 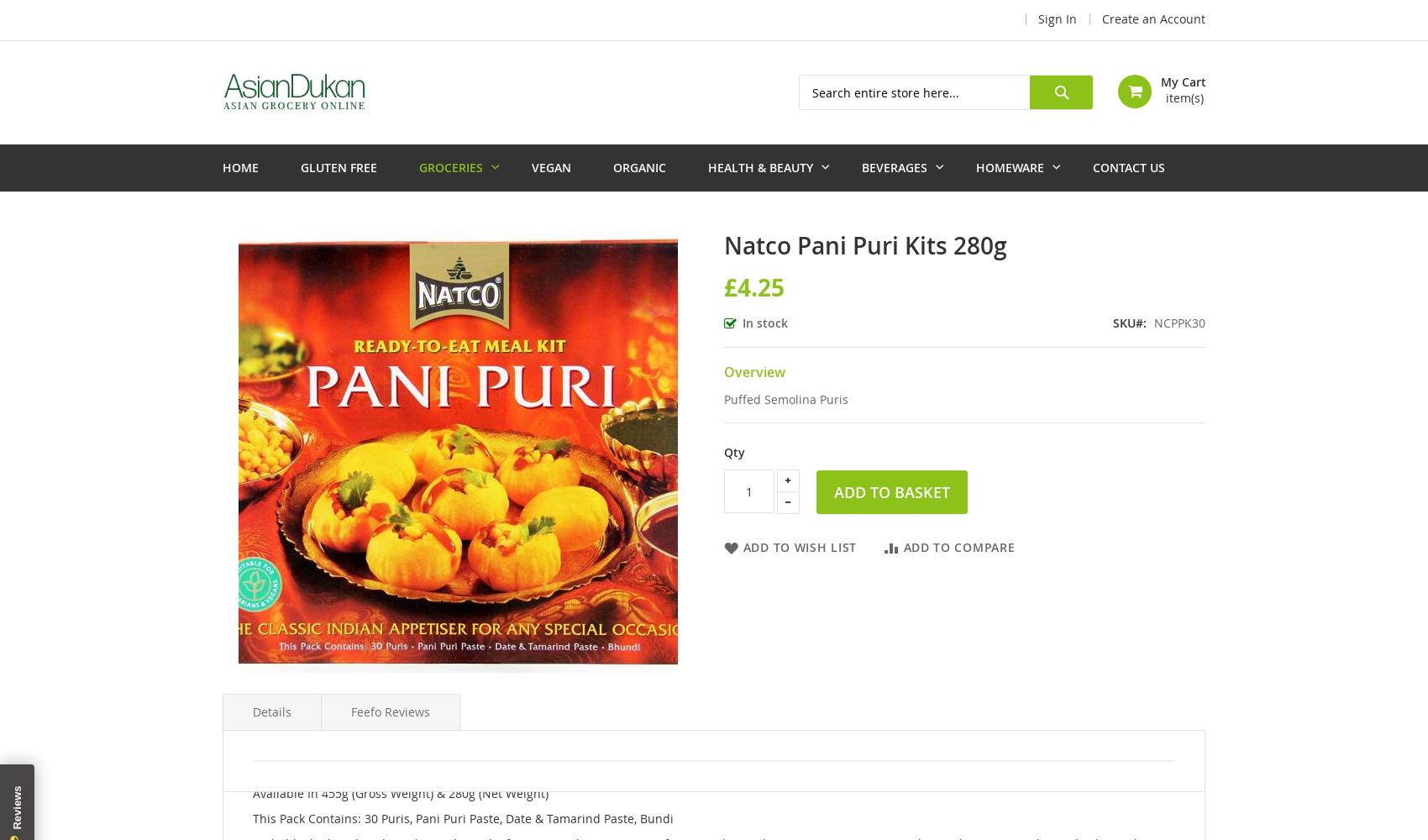 I want to click on 'Create an Account', so click(x=1153, y=18).